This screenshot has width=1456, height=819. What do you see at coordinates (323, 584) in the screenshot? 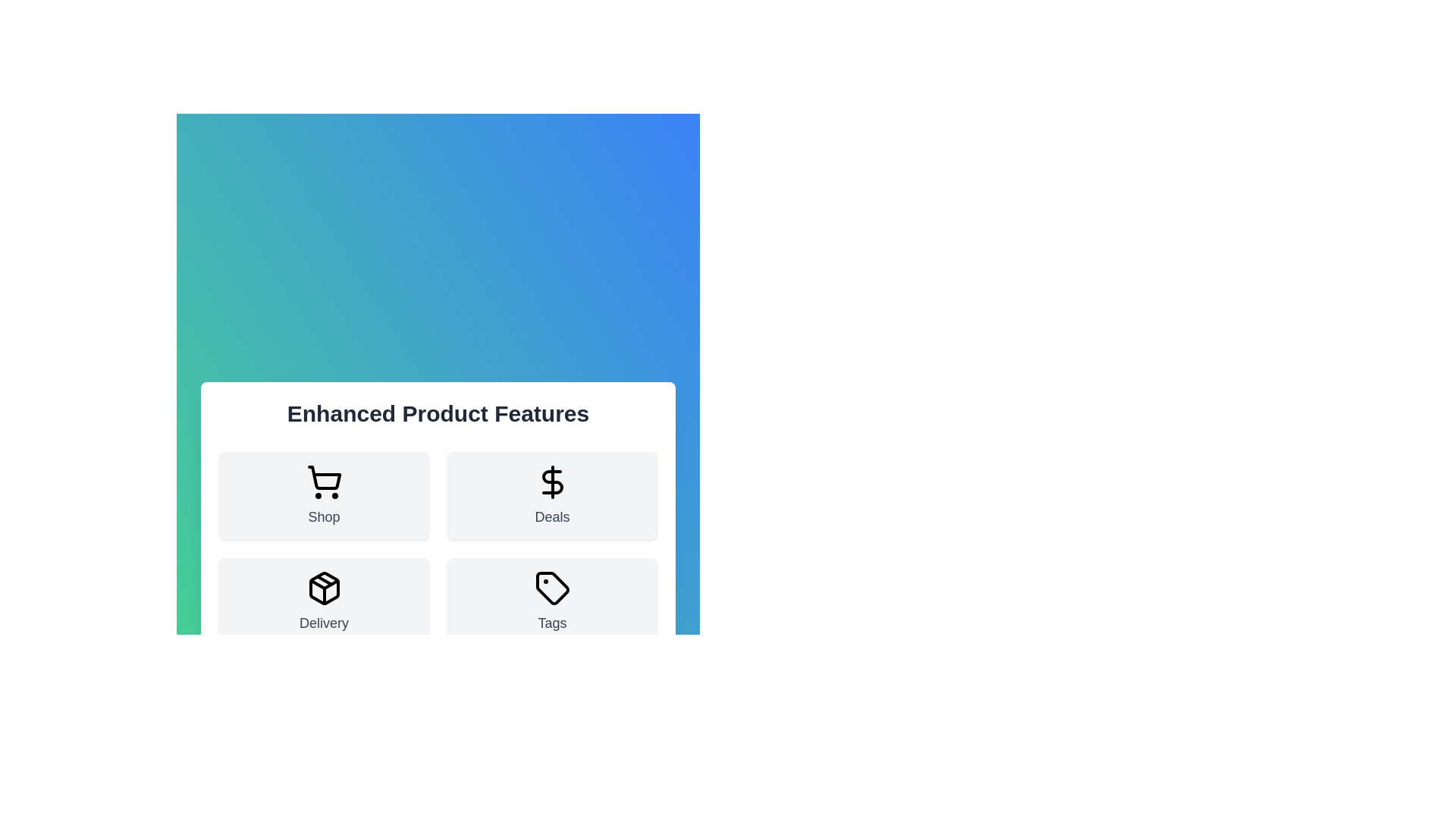
I see `the graphical icon fragment representing the 'Delivery' feature in the 'Enhanced Product Features' section, located at the center bottom of the package icon` at bounding box center [323, 584].